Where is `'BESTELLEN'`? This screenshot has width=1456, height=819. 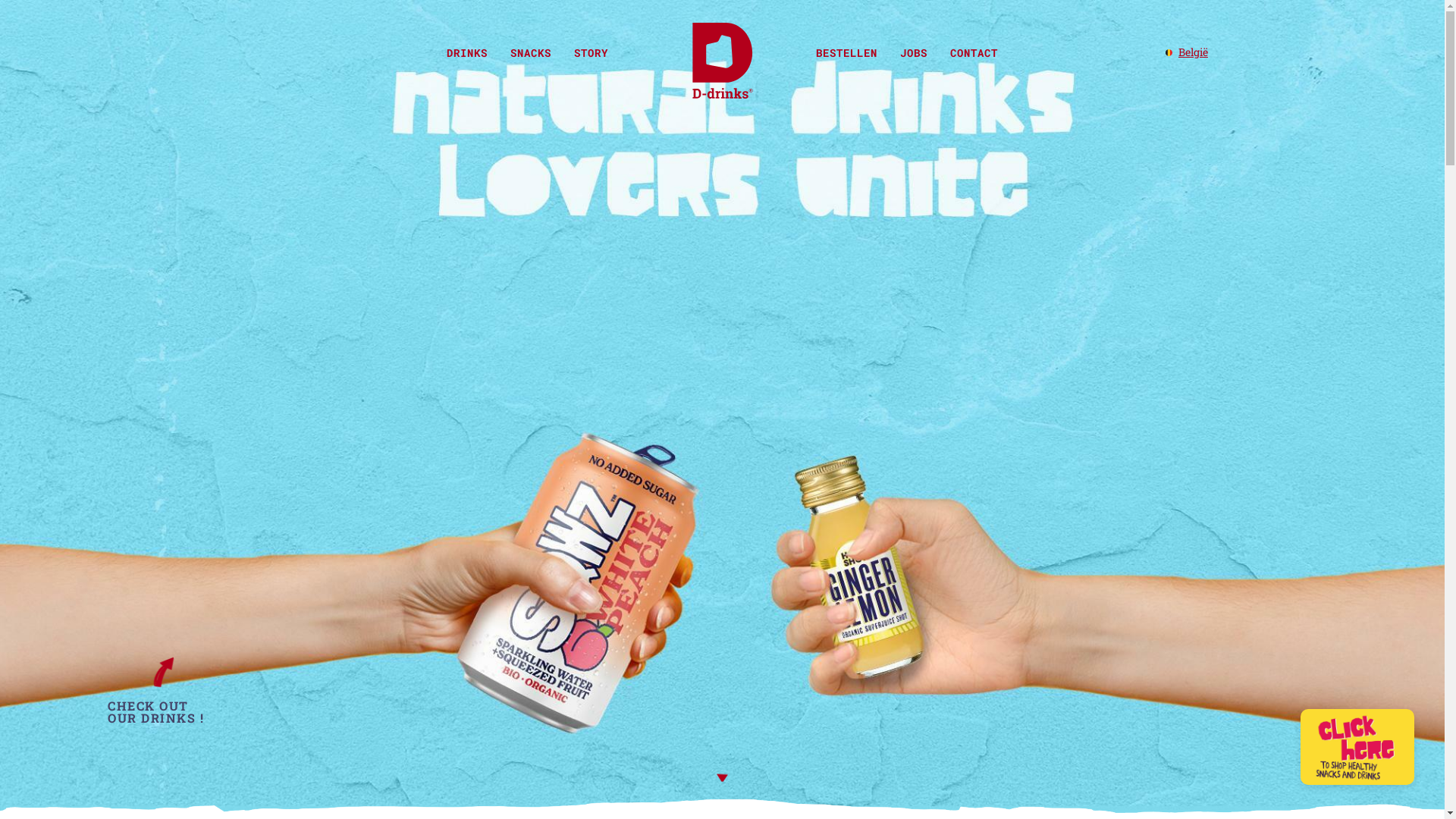 'BESTELLEN' is located at coordinates (803, 52).